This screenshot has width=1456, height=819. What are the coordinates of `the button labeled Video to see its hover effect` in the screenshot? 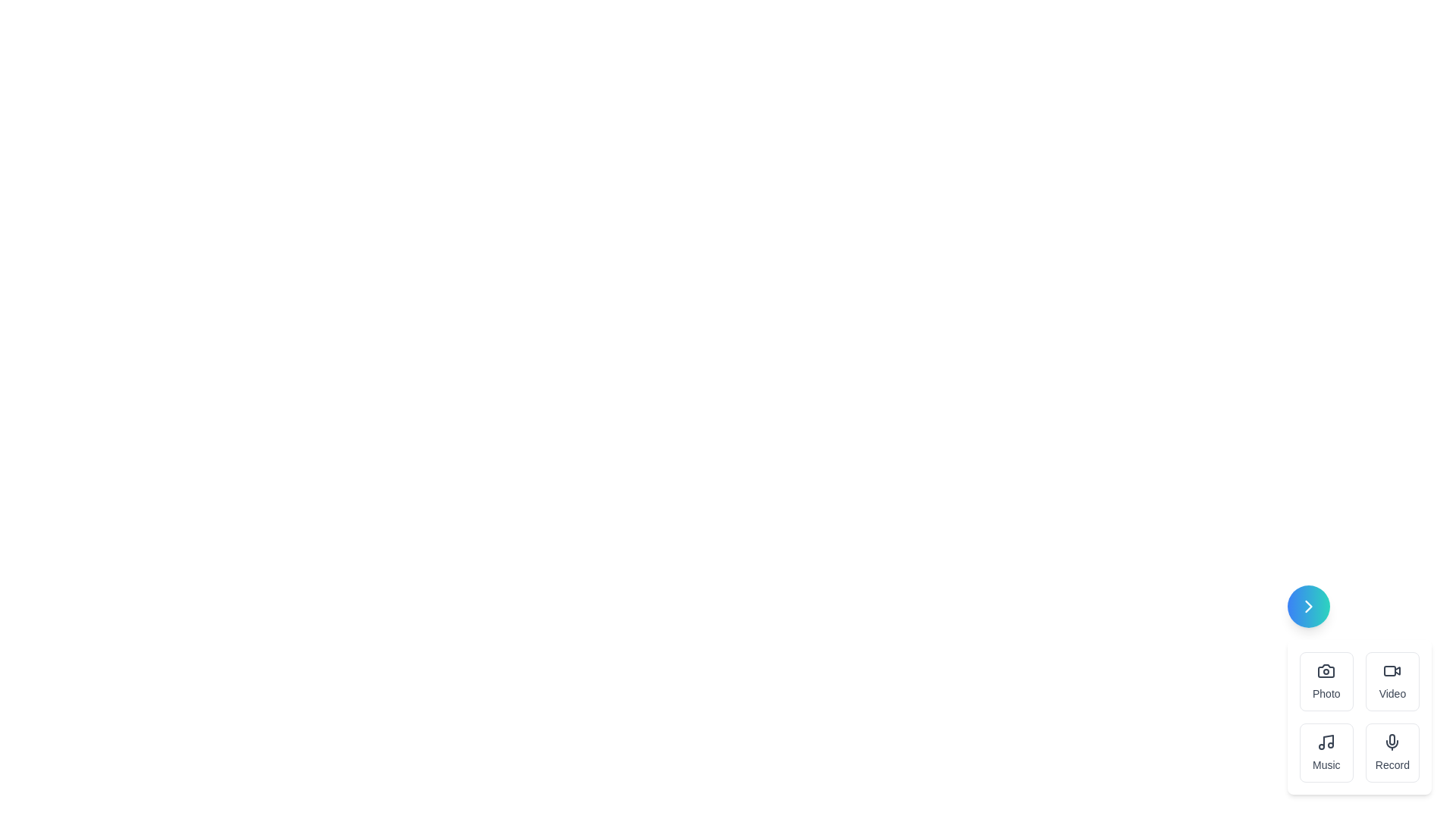 It's located at (1392, 680).